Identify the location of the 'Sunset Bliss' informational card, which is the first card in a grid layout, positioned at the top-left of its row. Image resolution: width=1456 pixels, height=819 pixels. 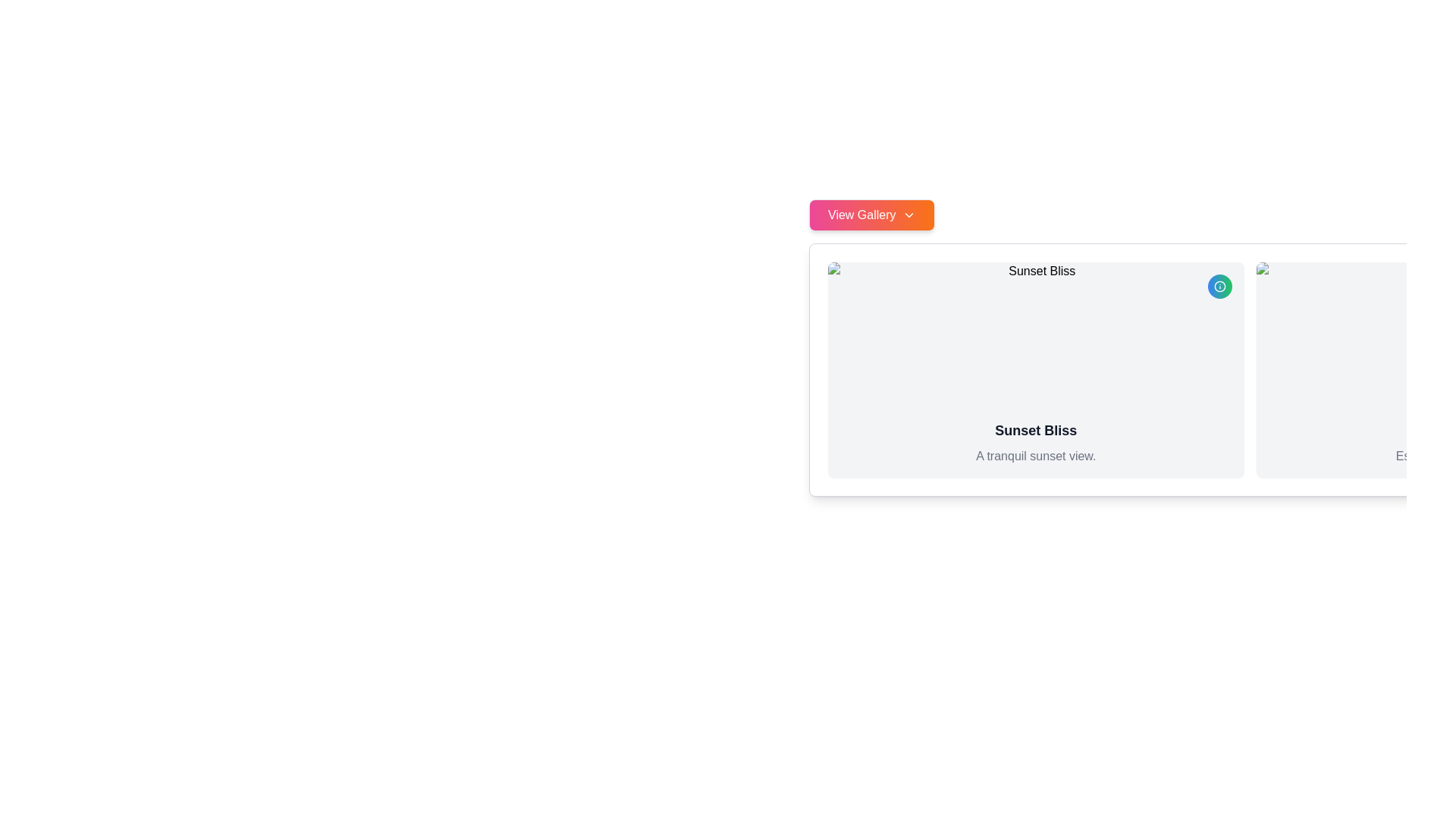
(1035, 370).